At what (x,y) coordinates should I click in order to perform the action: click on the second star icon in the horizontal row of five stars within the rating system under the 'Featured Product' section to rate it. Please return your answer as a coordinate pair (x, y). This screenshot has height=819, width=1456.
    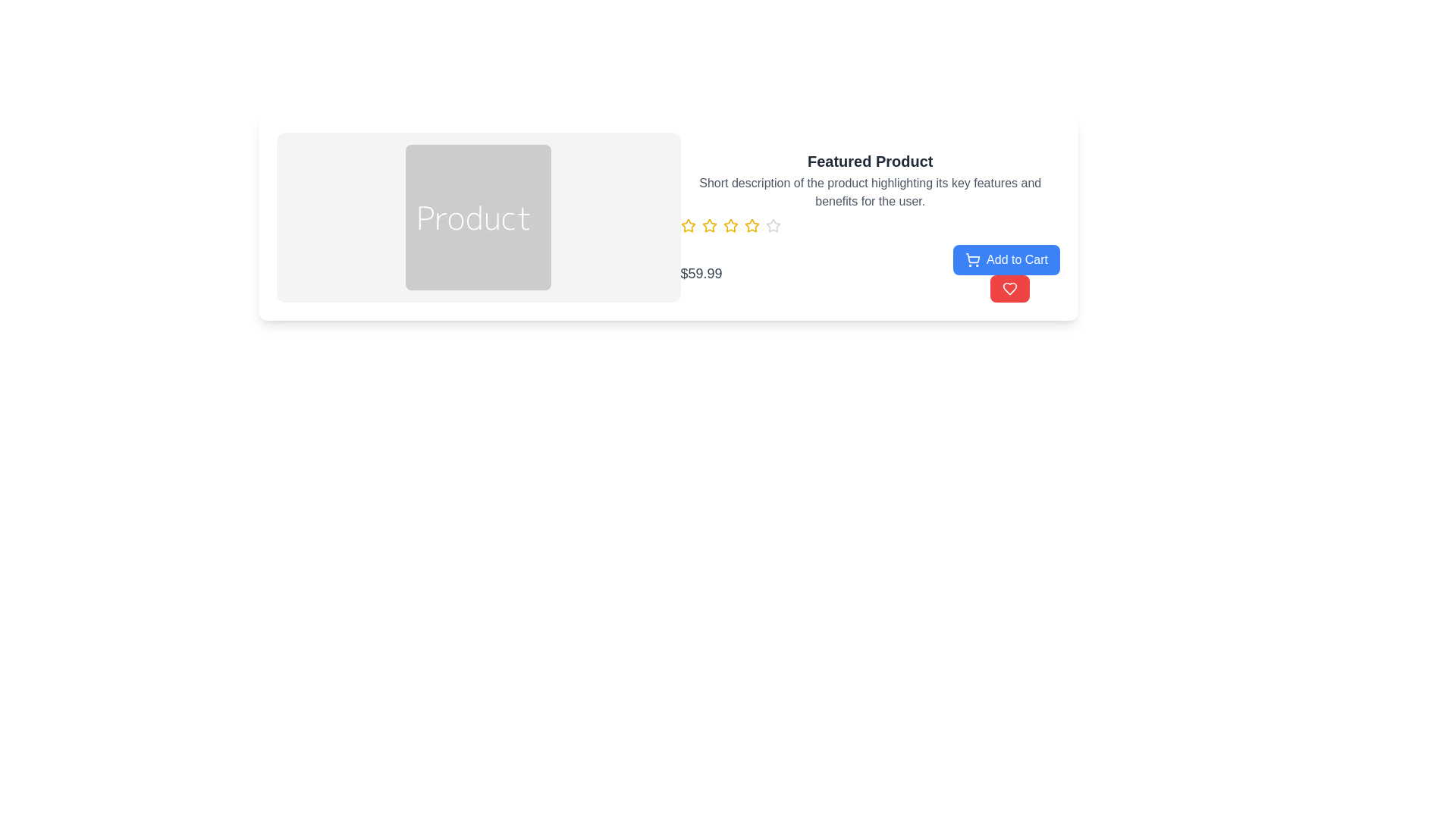
    Looking at the image, I should click on (708, 225).